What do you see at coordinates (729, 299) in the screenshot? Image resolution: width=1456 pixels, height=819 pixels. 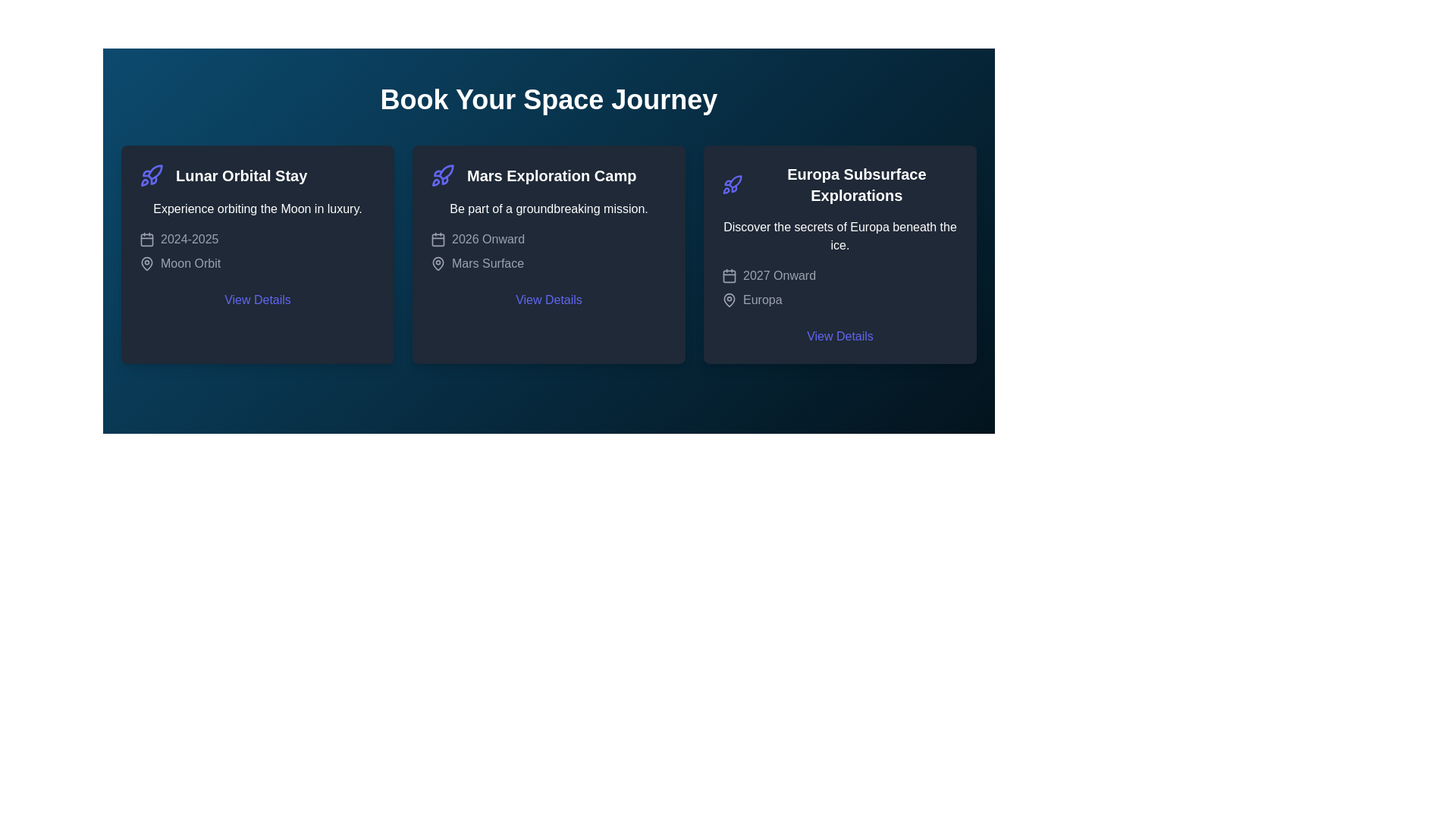 I see `the geographical location icon situated in the rightmost panel under the header 'Europa Subsurface Explorations', near the text indicating location 'Europa'` at bounding box center [729, 299].